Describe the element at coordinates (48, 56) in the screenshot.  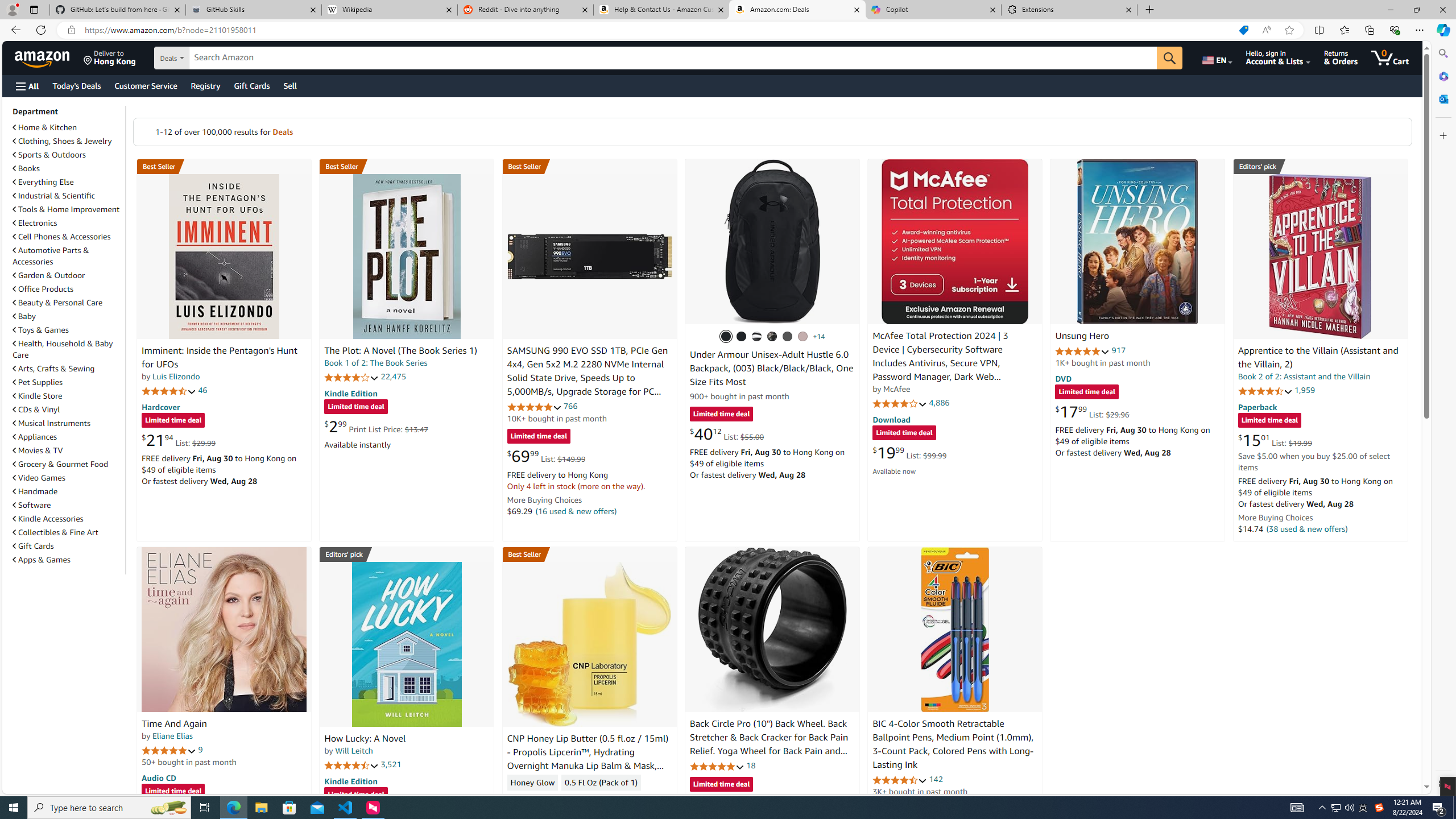
I see `'Skip to main content'` at that location.